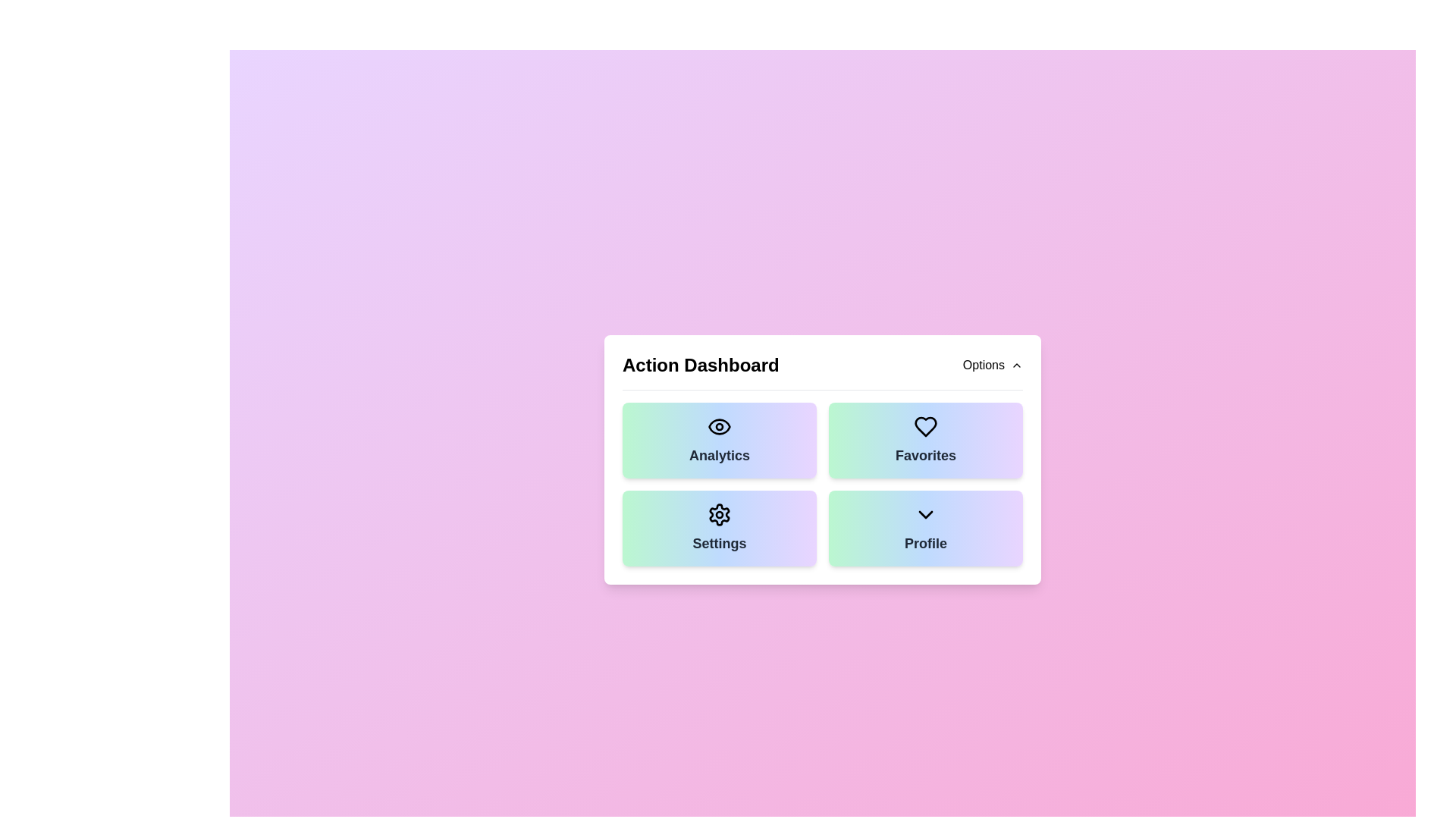 This screenshot has height=819, width=1456. I want to click on heading static text located within the horizontally aligned bar, positioned to the left of the 'Options' section and its dropdown indicator, so click(700, 365).